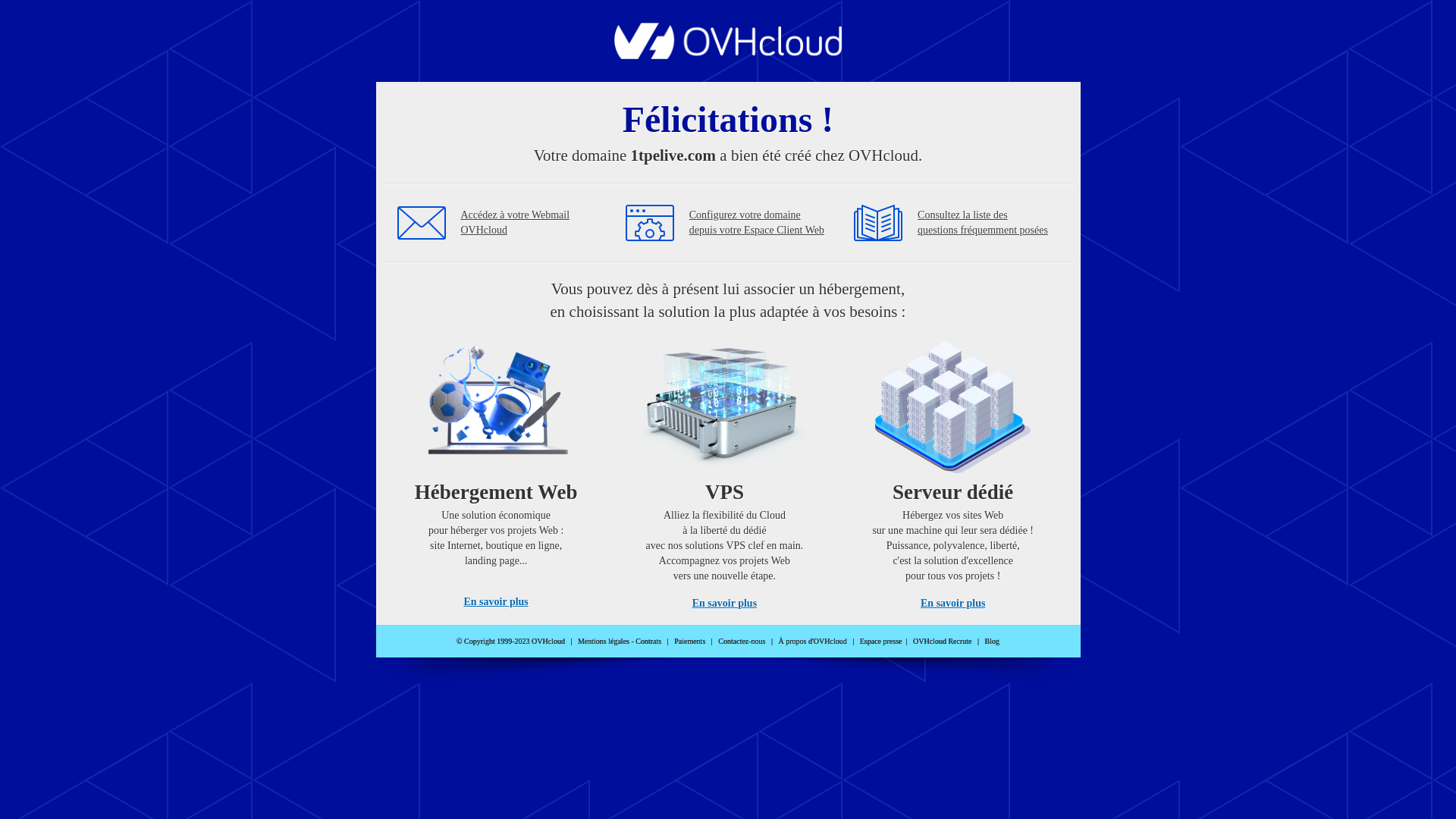  I want to click on 'En savoir plus', so click(952, 602).